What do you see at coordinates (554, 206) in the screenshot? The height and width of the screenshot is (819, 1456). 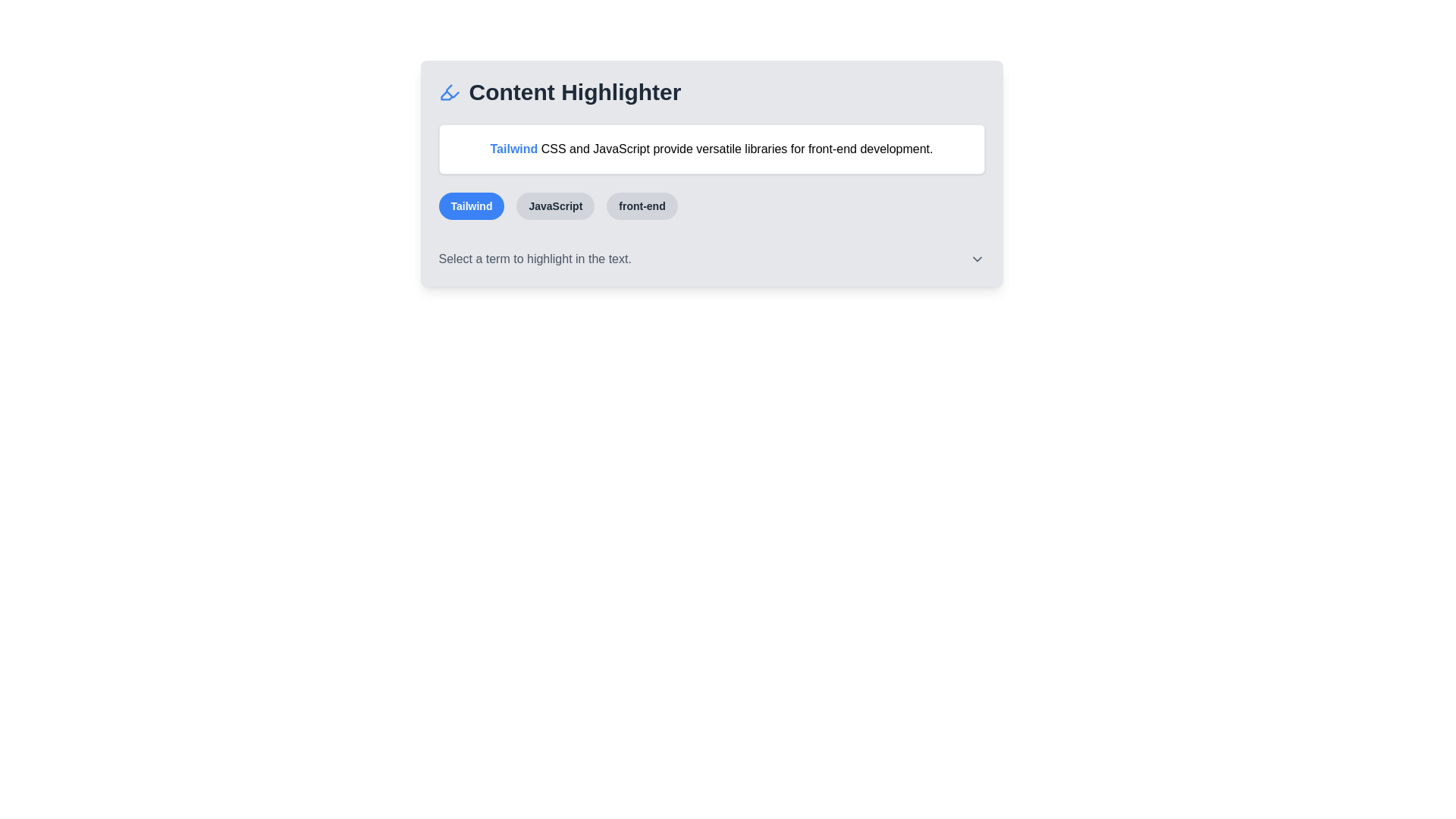 I see `the pill-shaped button labeled 'JavaScript' with a light gray background and dark gray text` at bounding box center [554, 206].